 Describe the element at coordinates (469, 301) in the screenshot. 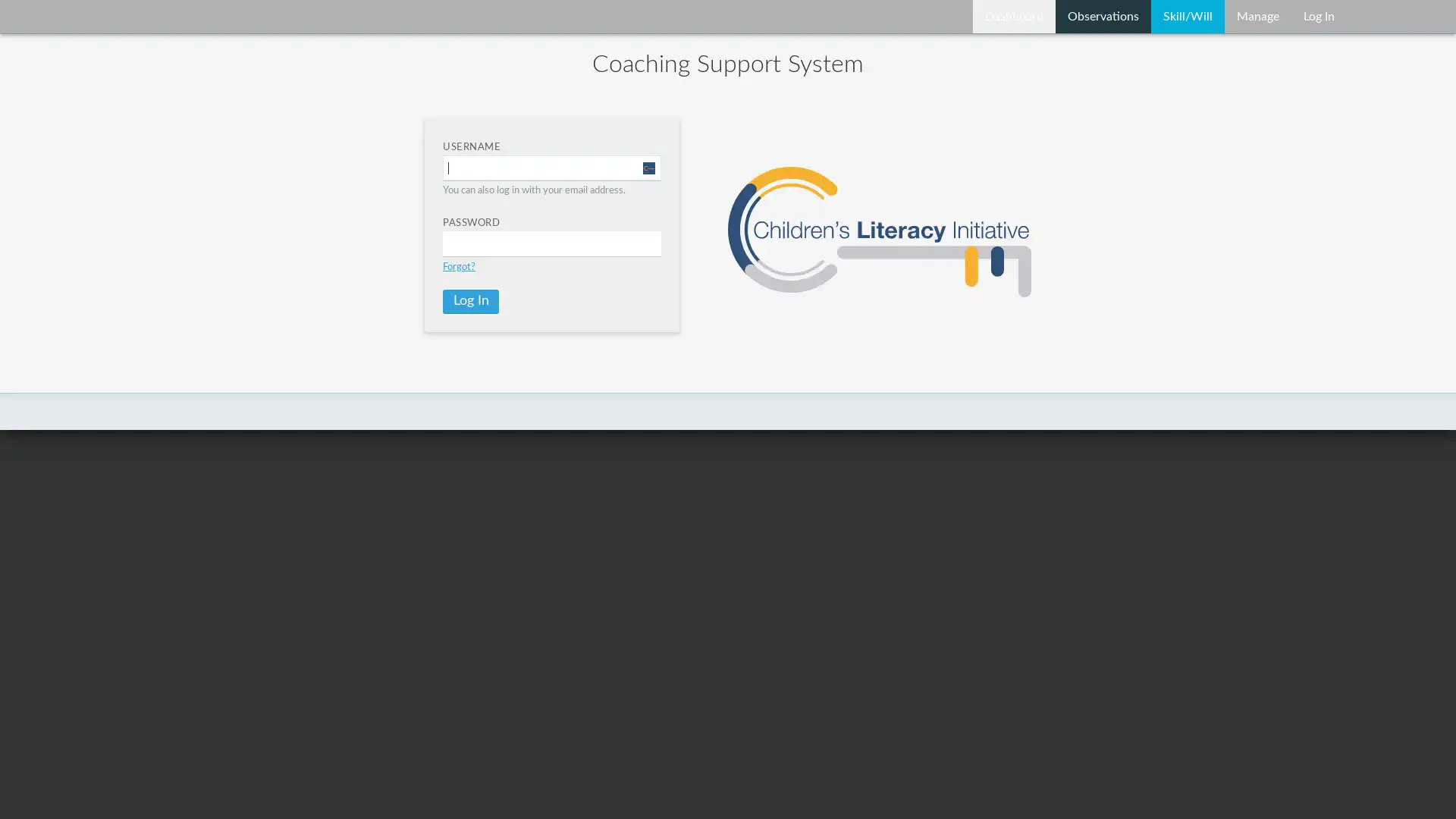

I see `Log In` at that location.